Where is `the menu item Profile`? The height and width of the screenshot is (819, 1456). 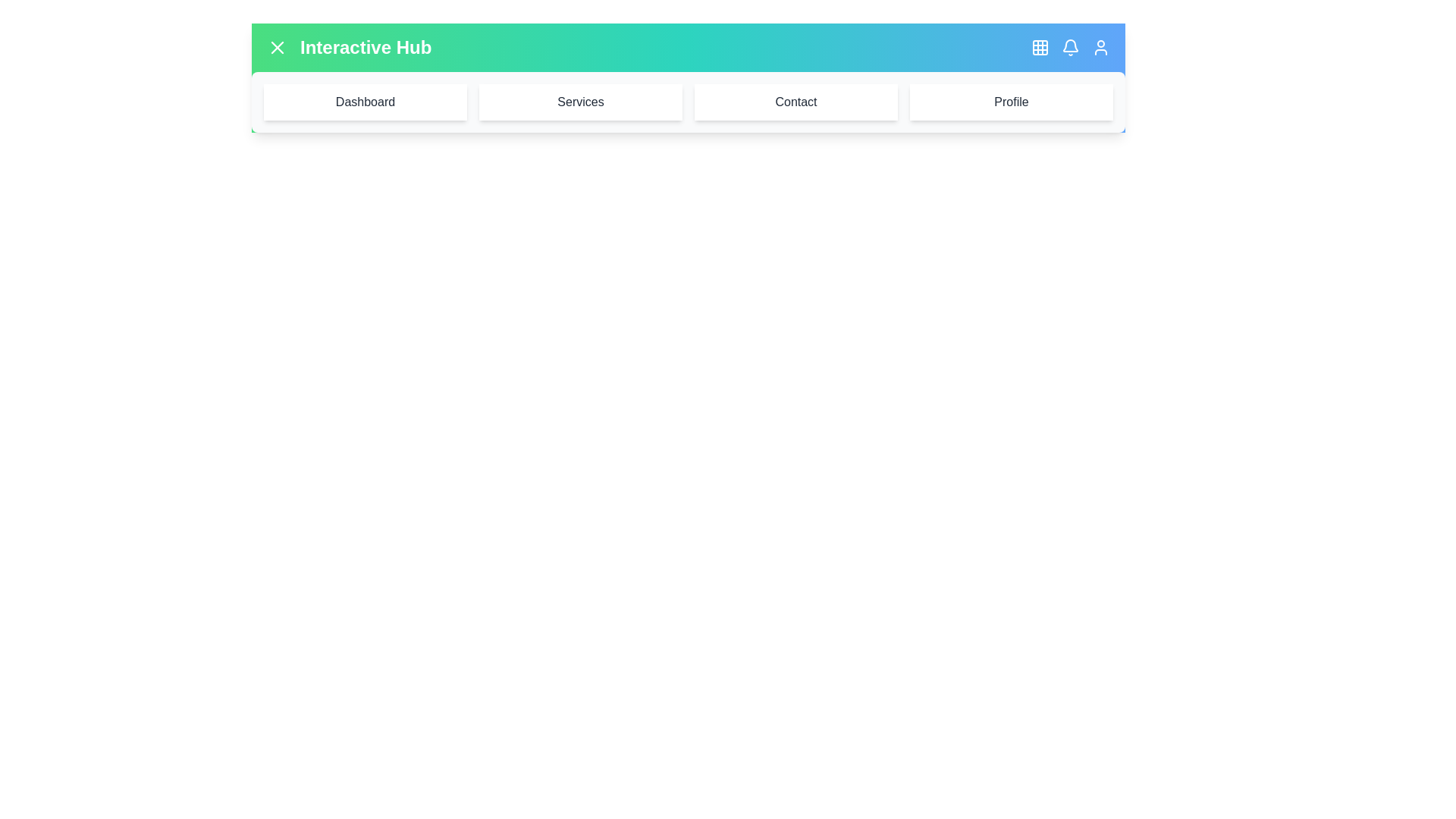 the menu item Profile is located at coordinates (1012, 102).